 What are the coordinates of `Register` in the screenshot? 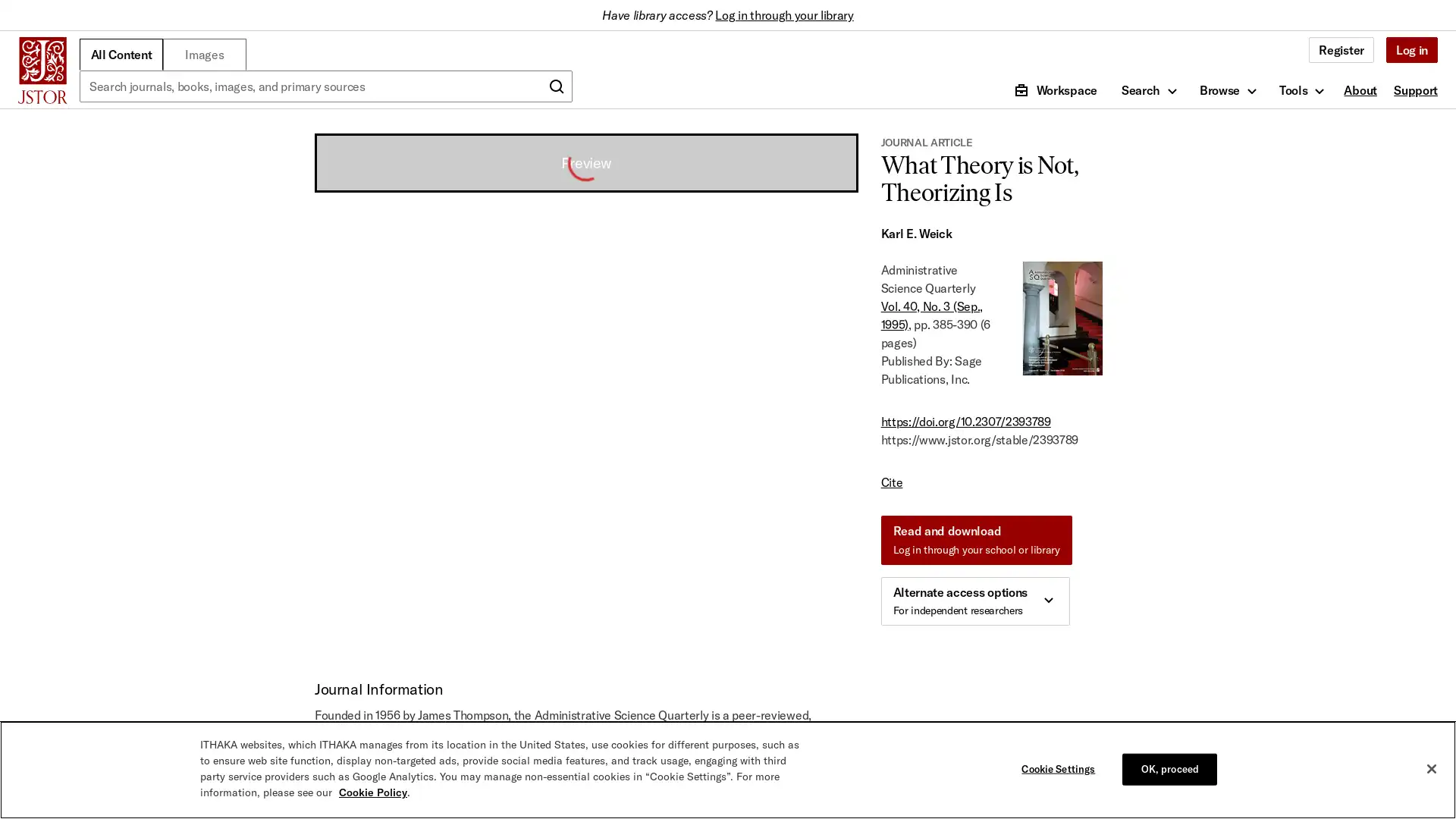 It's located at (1341, 49).